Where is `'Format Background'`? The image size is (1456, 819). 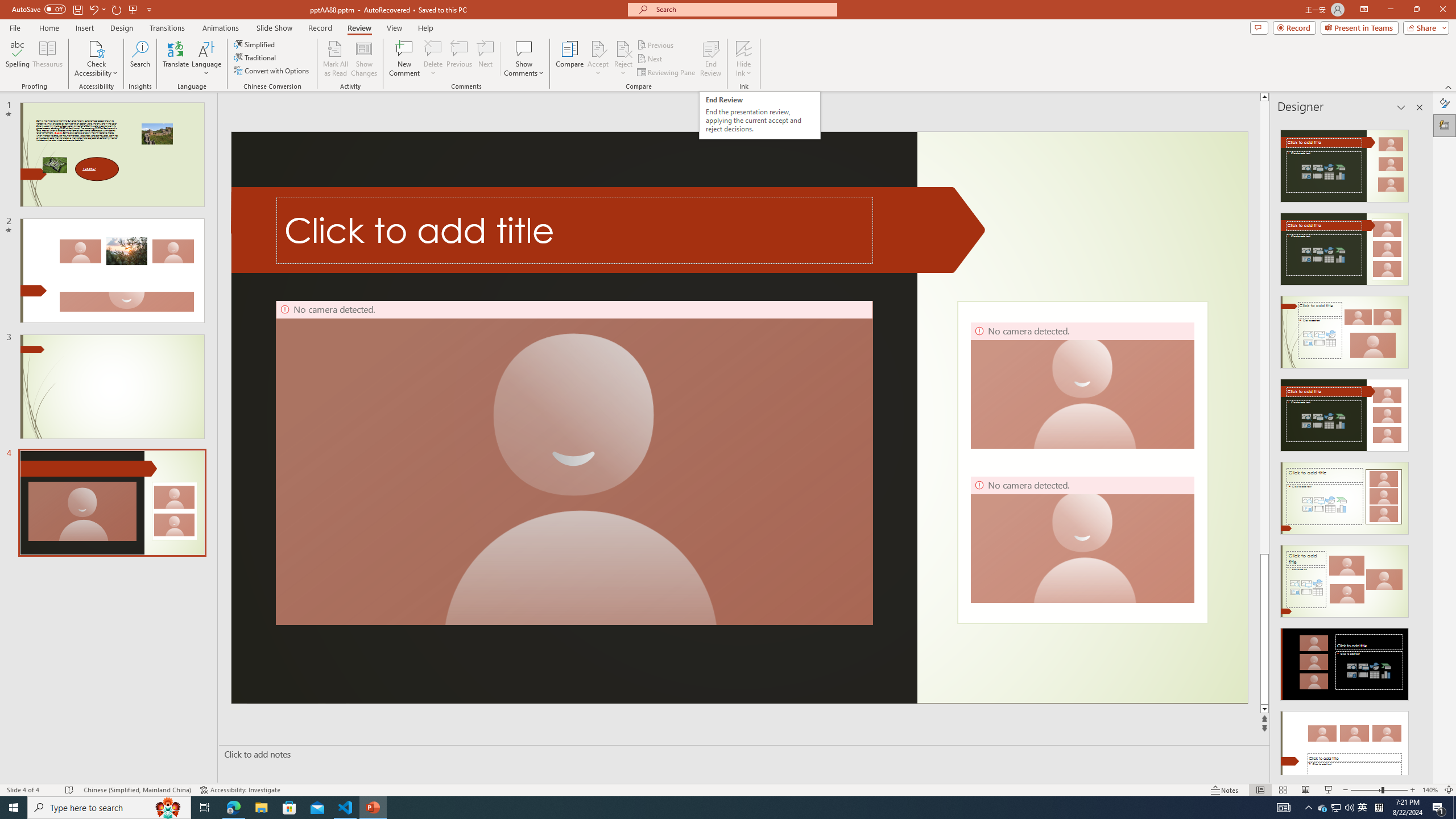
'Format Background' is located at coordinates (1444, 102).